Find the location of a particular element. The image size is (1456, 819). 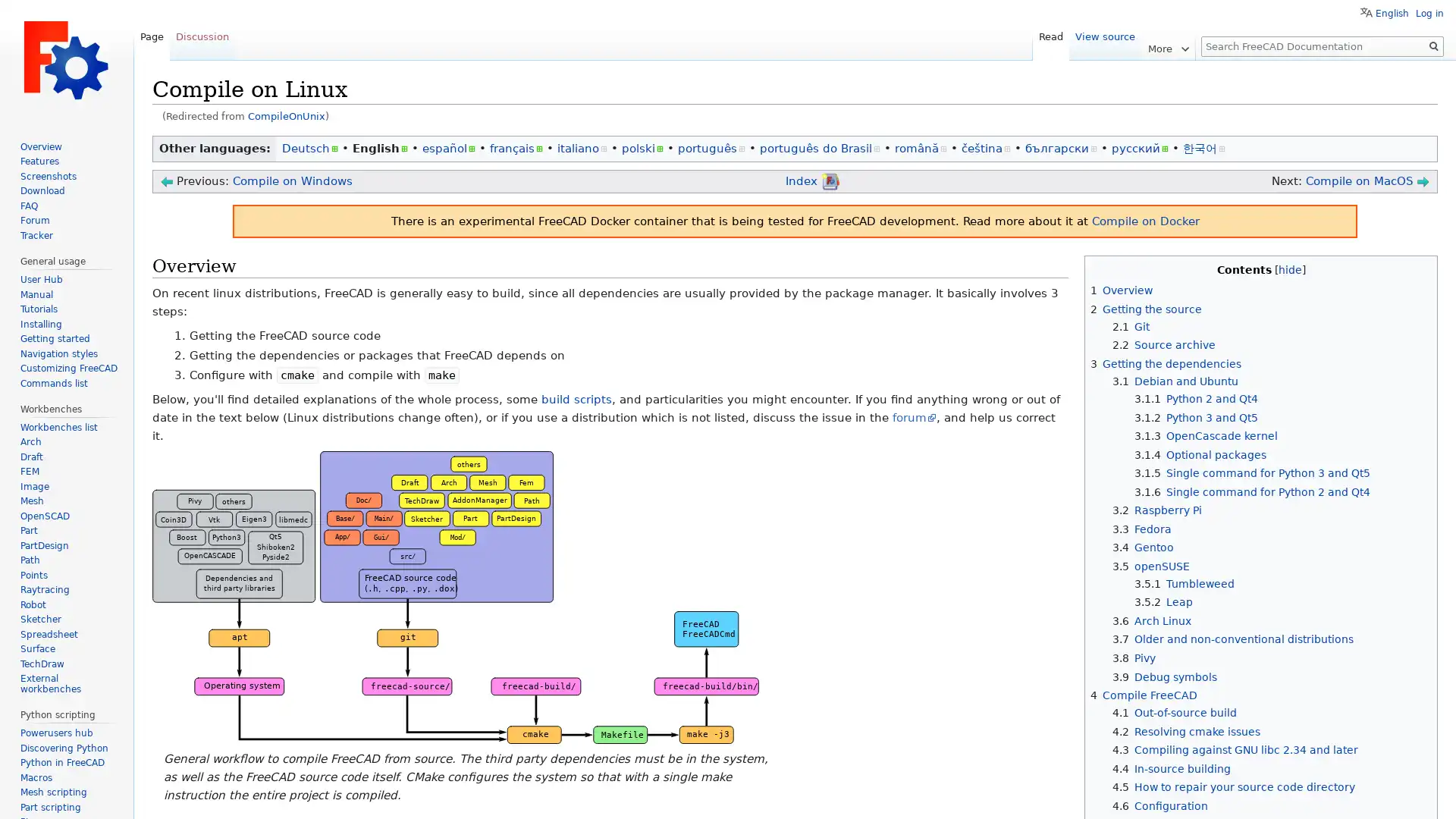

Go is located at coordinates (1433, 45).